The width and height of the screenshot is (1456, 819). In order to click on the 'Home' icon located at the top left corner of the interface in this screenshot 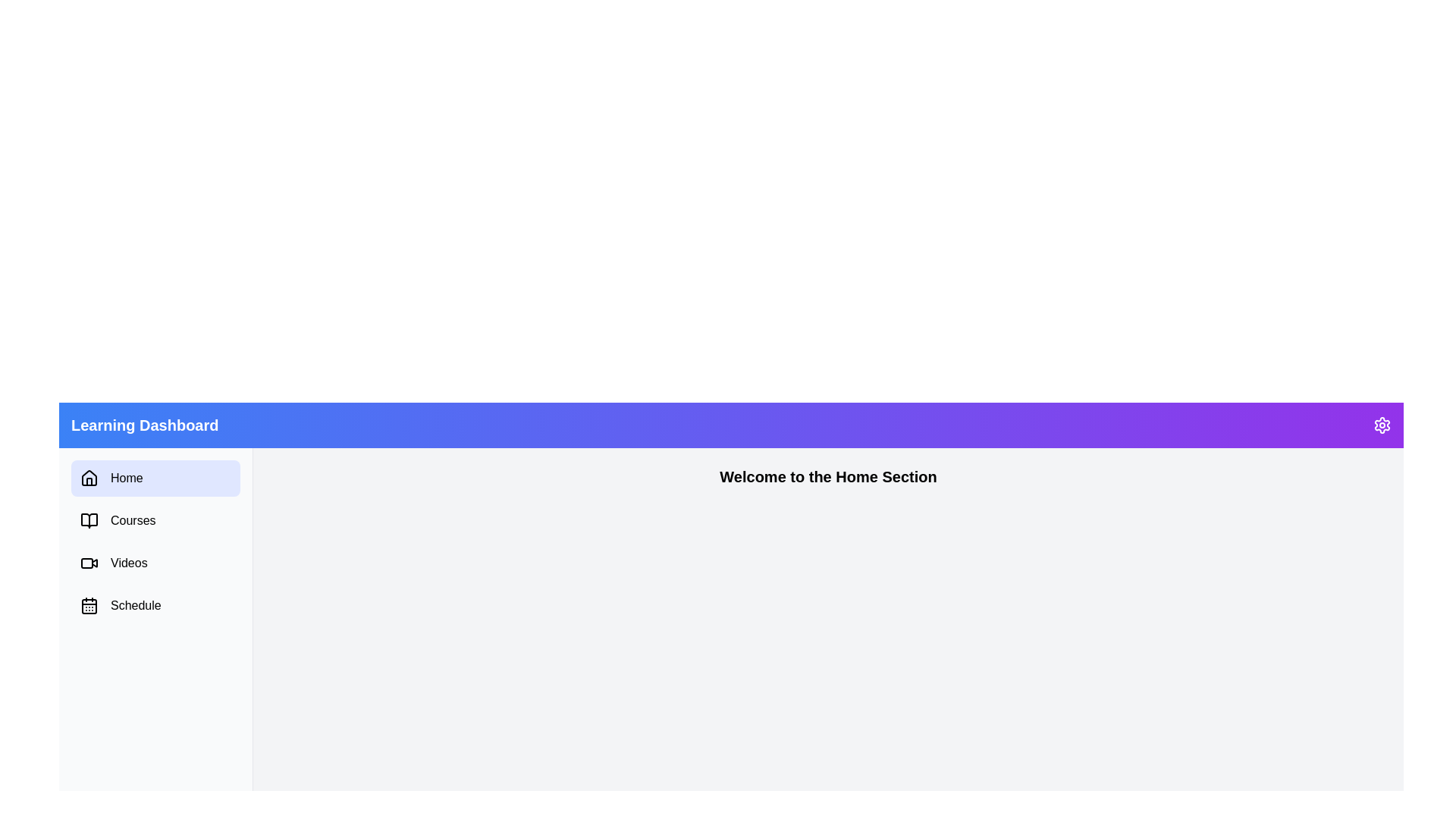, I will do `click(89, 479)`.